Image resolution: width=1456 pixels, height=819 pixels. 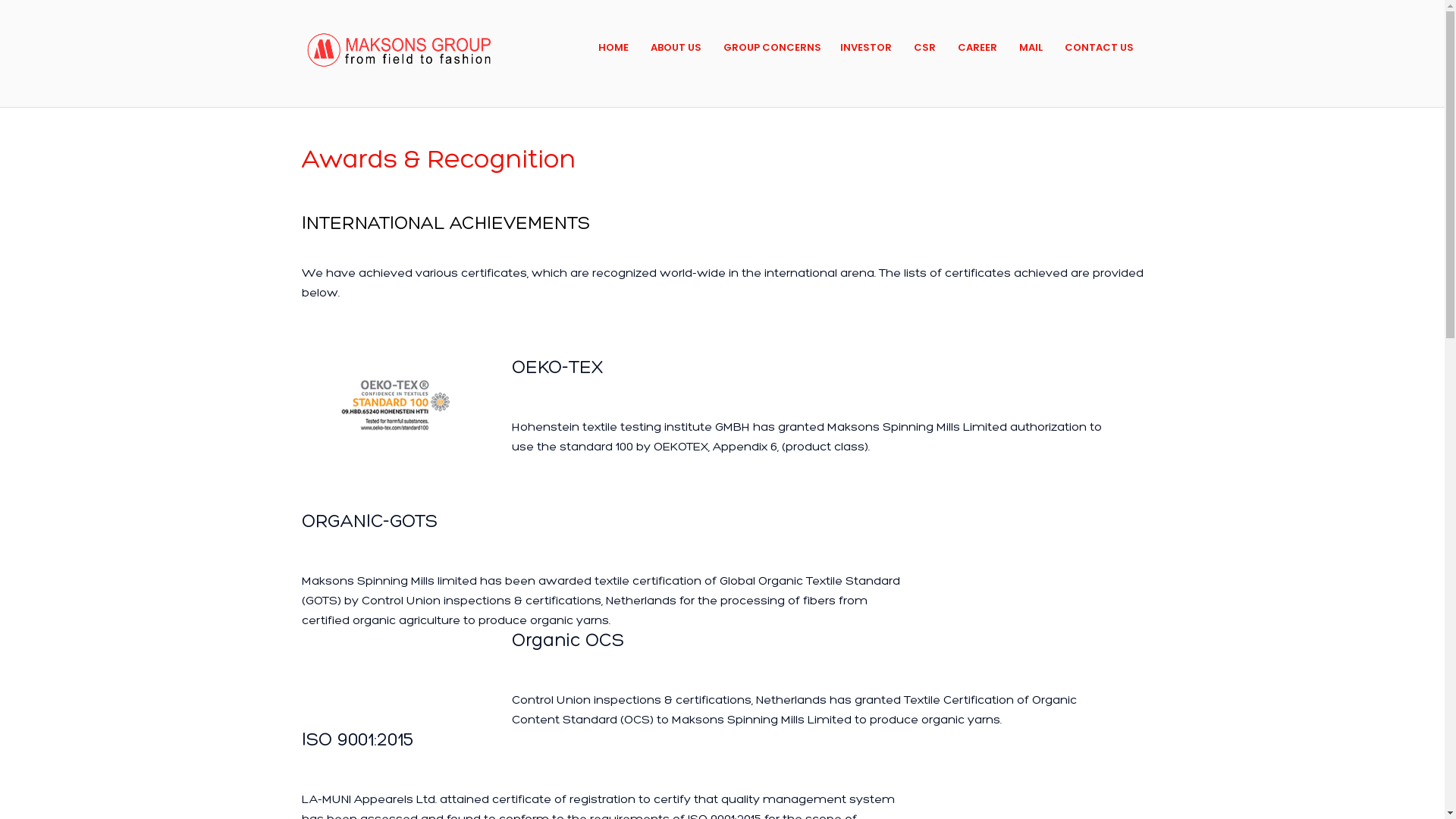 What do you see at coordinates (597, 46) in the screenshot?
I see `'HOME'` at bounding box center [597, 46].